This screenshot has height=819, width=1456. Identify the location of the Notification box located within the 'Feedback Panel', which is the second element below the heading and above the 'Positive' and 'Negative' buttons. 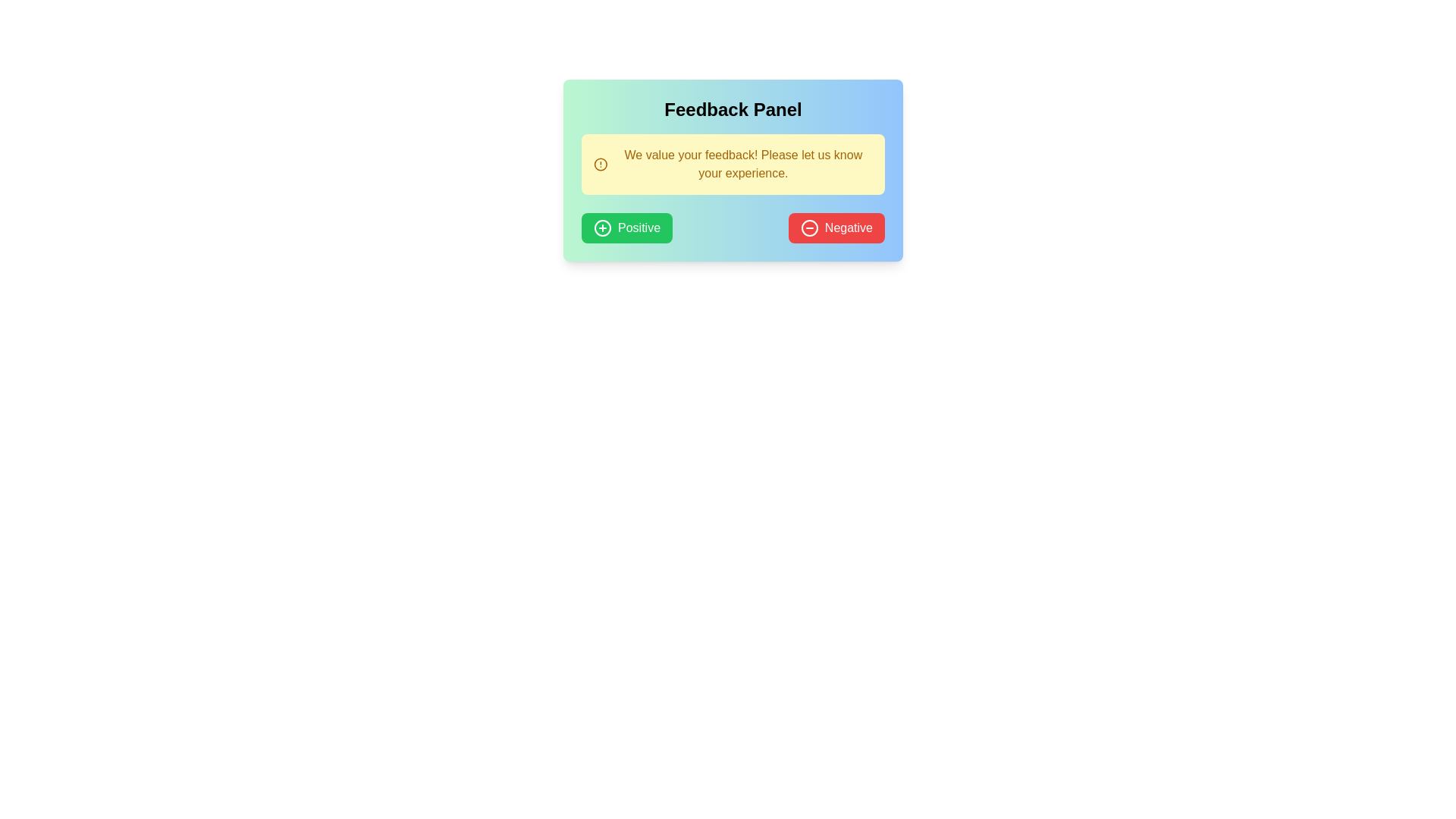
(733, 164).